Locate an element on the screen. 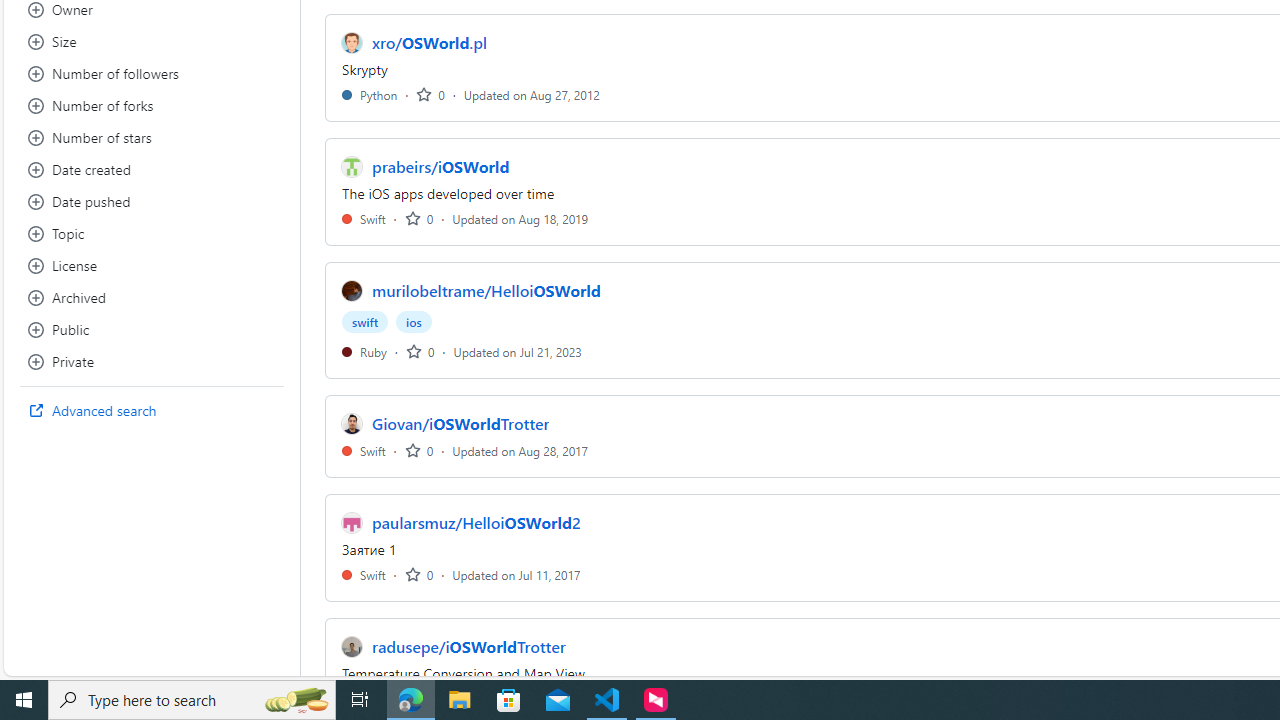 The image size is (1280, 720). 'prabeirs/iOSWorld' is located at coordinates (439, 166).